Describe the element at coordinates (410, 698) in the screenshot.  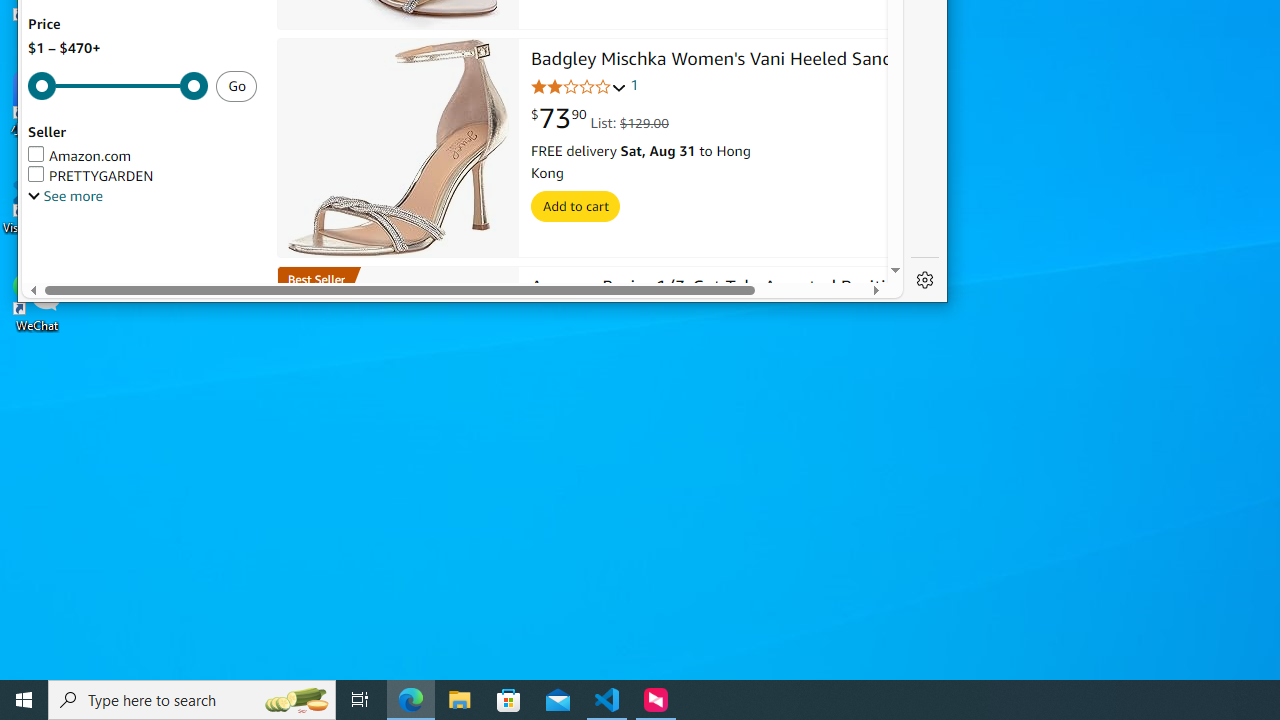
I see `'Microsoft Edge - 1 running window'` at that location.